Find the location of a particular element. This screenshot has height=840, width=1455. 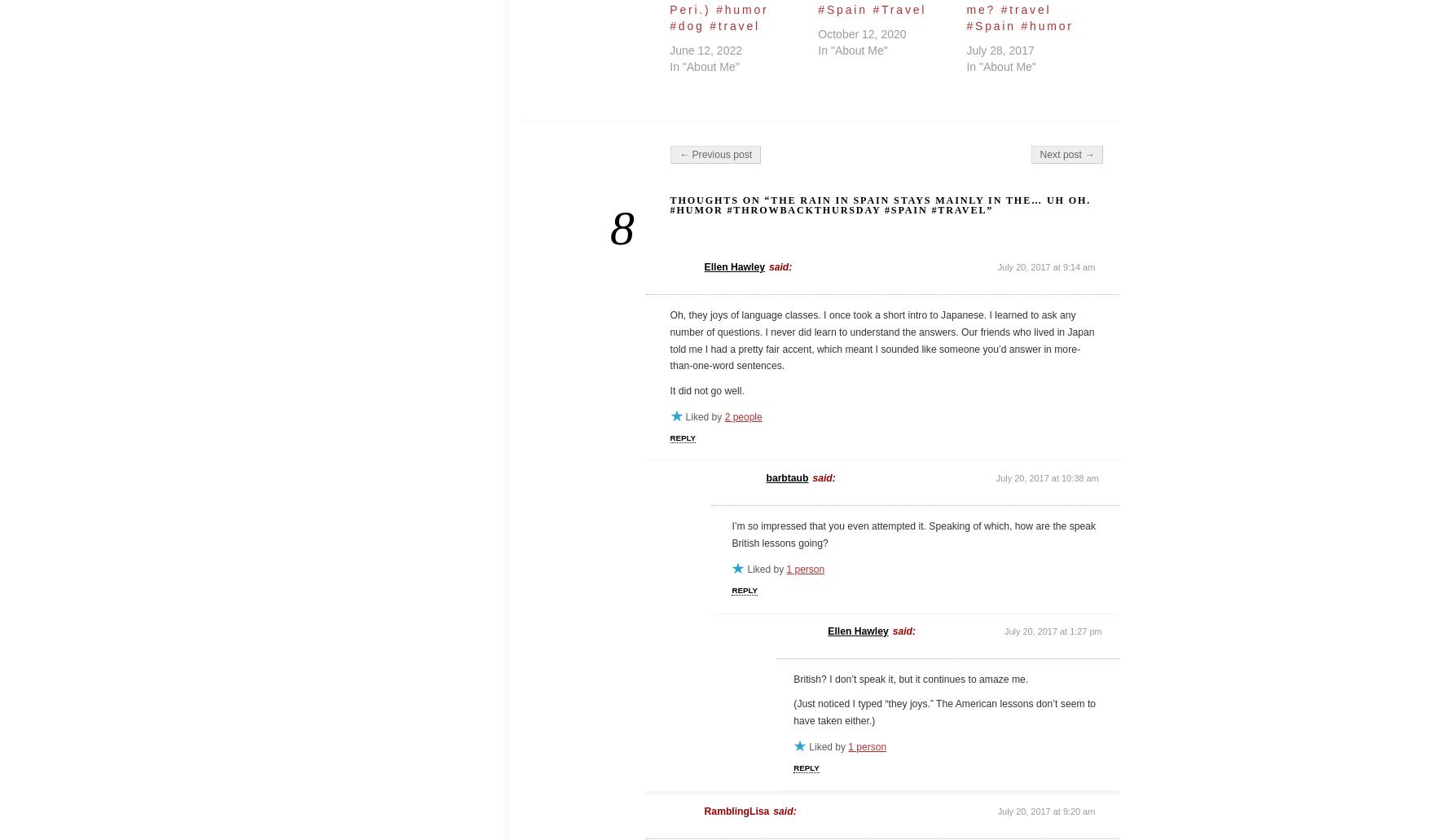

'← Previous post' is located at coordinates (714, 154).